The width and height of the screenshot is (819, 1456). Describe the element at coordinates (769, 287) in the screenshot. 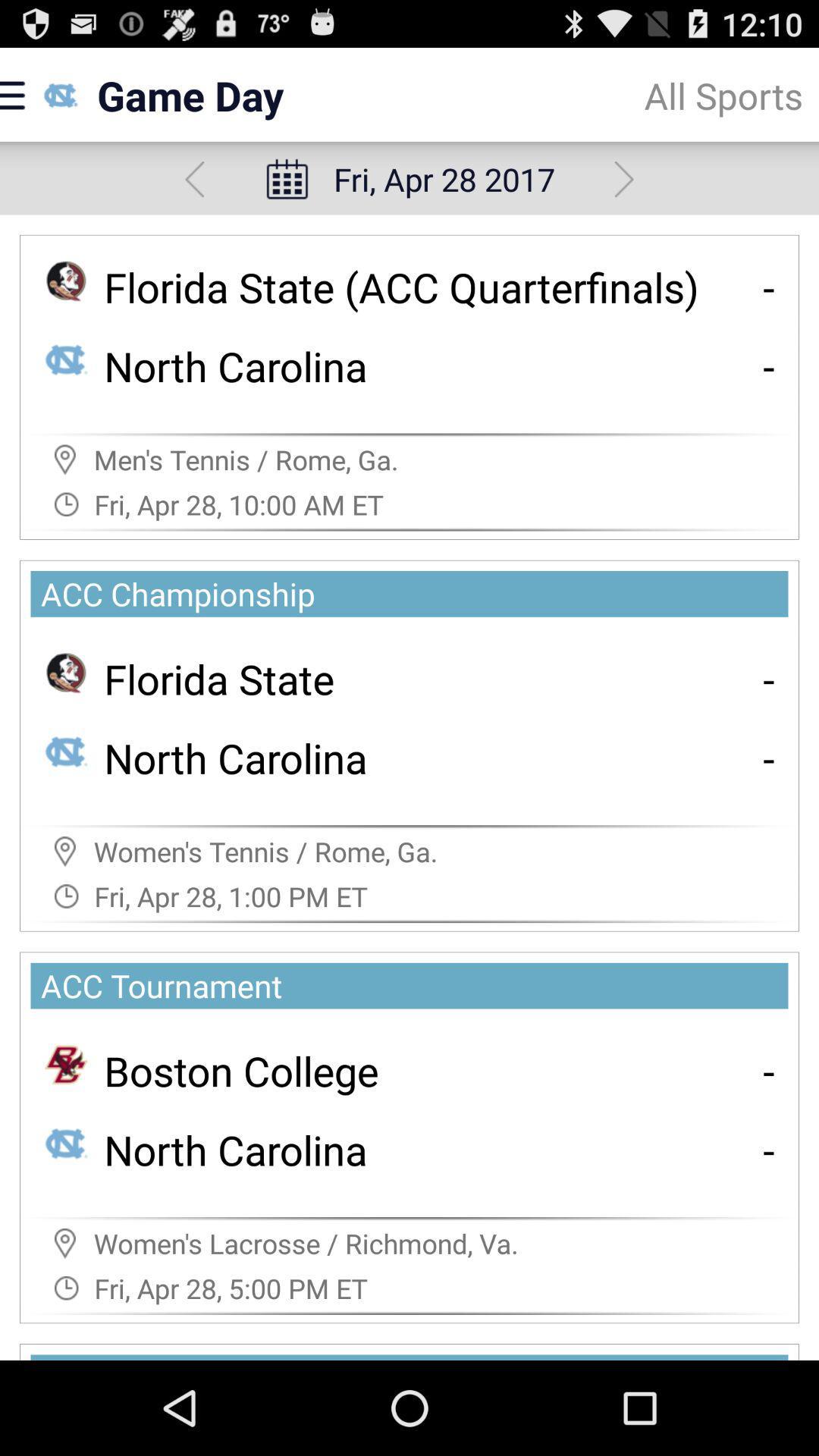

I see `the app next to the florida state acc app` at that location.